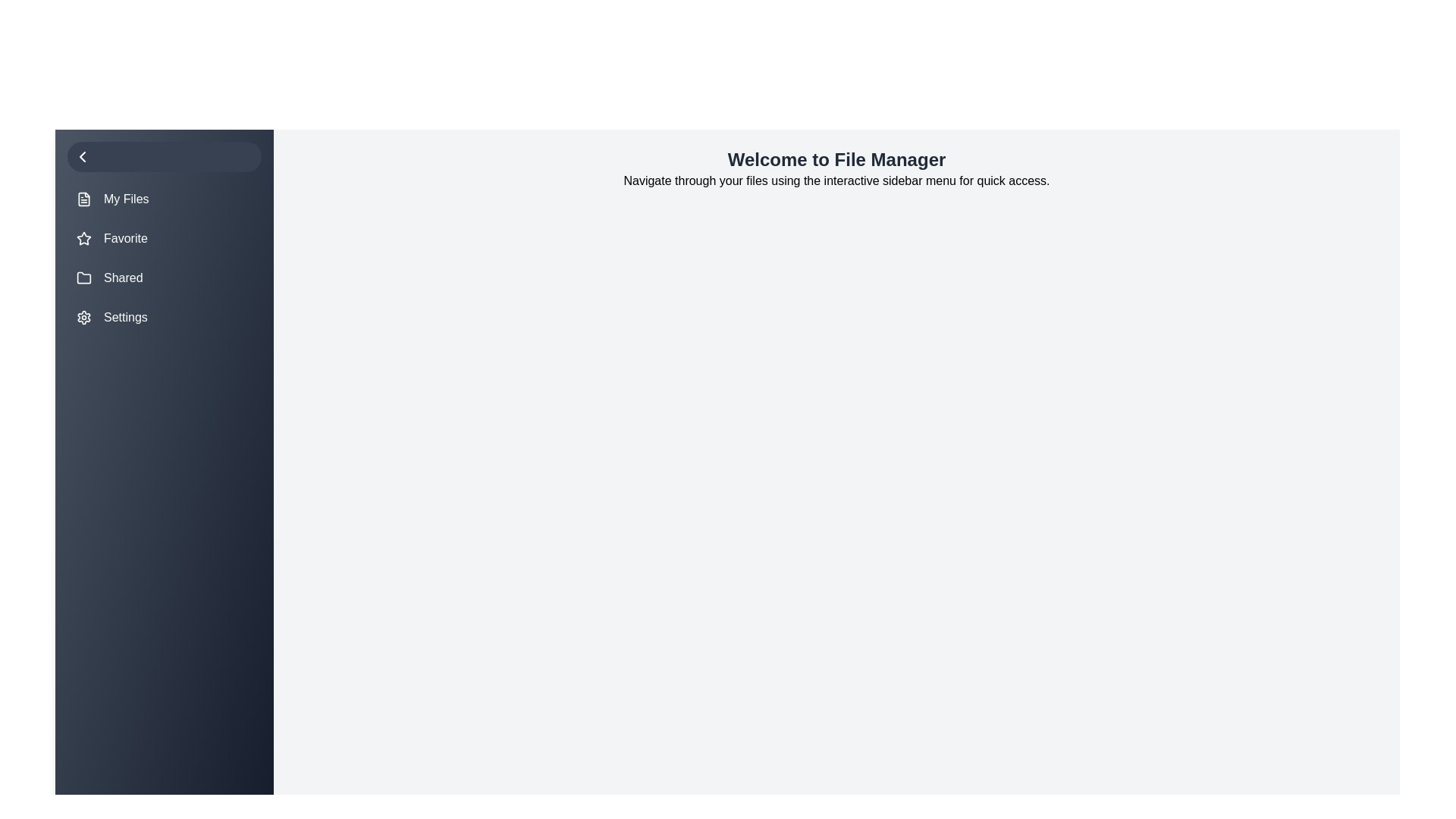  I want to click on the menu item labeled My Files, so click(164, 198).